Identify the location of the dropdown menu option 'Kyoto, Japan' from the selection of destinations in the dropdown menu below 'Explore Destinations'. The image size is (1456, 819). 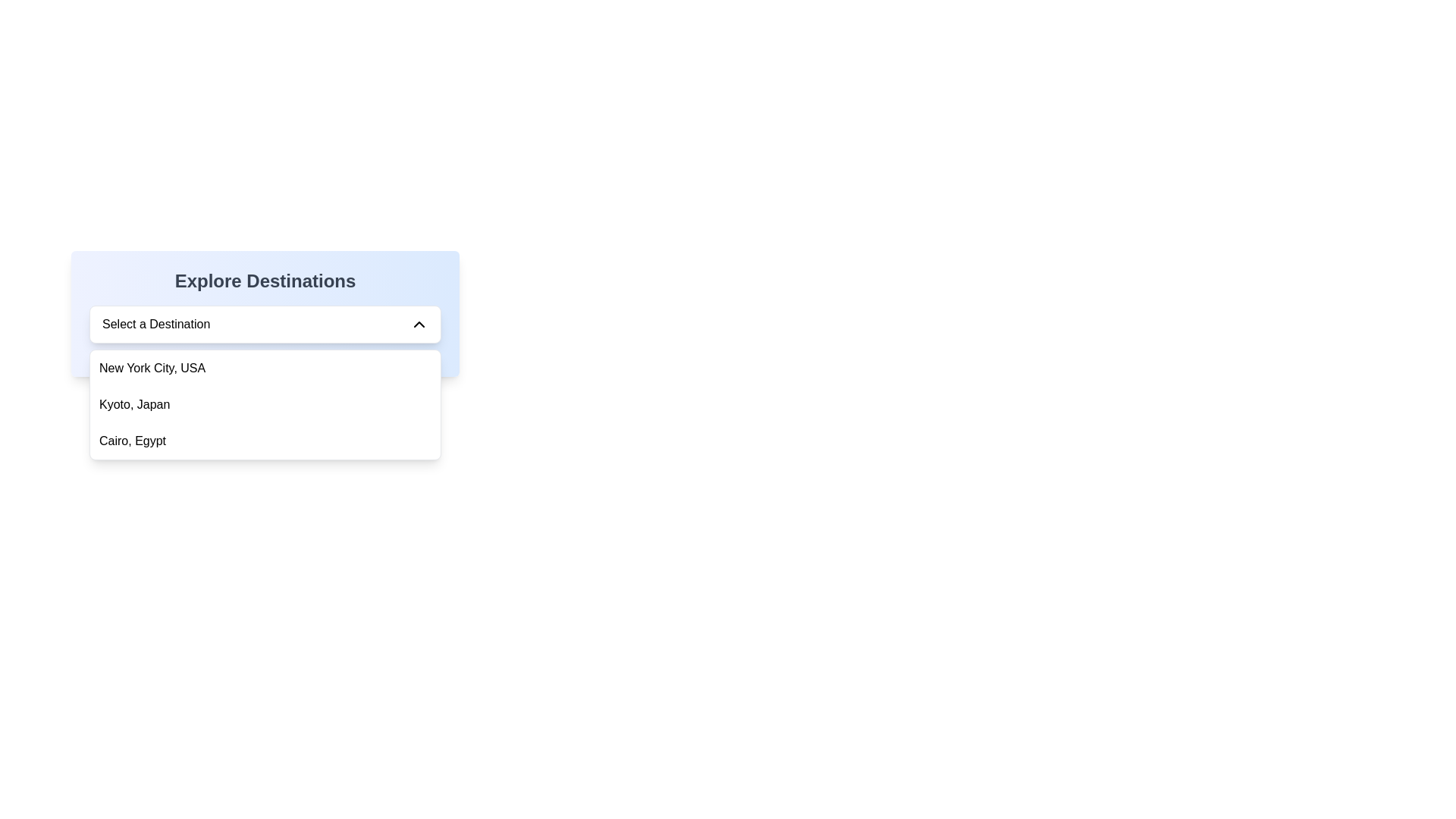
(265, 403).